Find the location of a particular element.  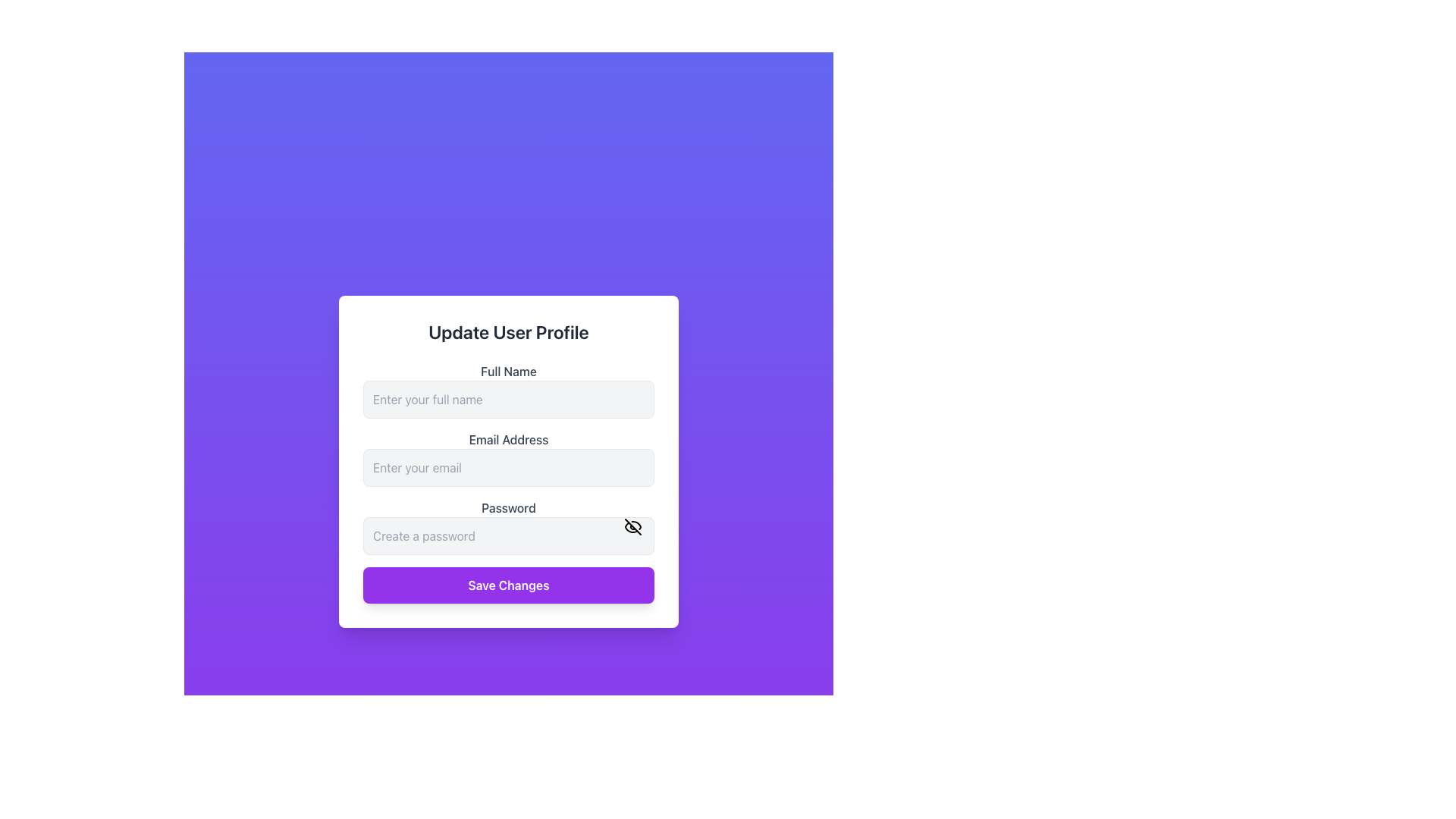

the Text label that indicates the purpose of the input field for entering a full name, located at the topmost section of the form and centered horizontally is located at coordinates (509, 371).